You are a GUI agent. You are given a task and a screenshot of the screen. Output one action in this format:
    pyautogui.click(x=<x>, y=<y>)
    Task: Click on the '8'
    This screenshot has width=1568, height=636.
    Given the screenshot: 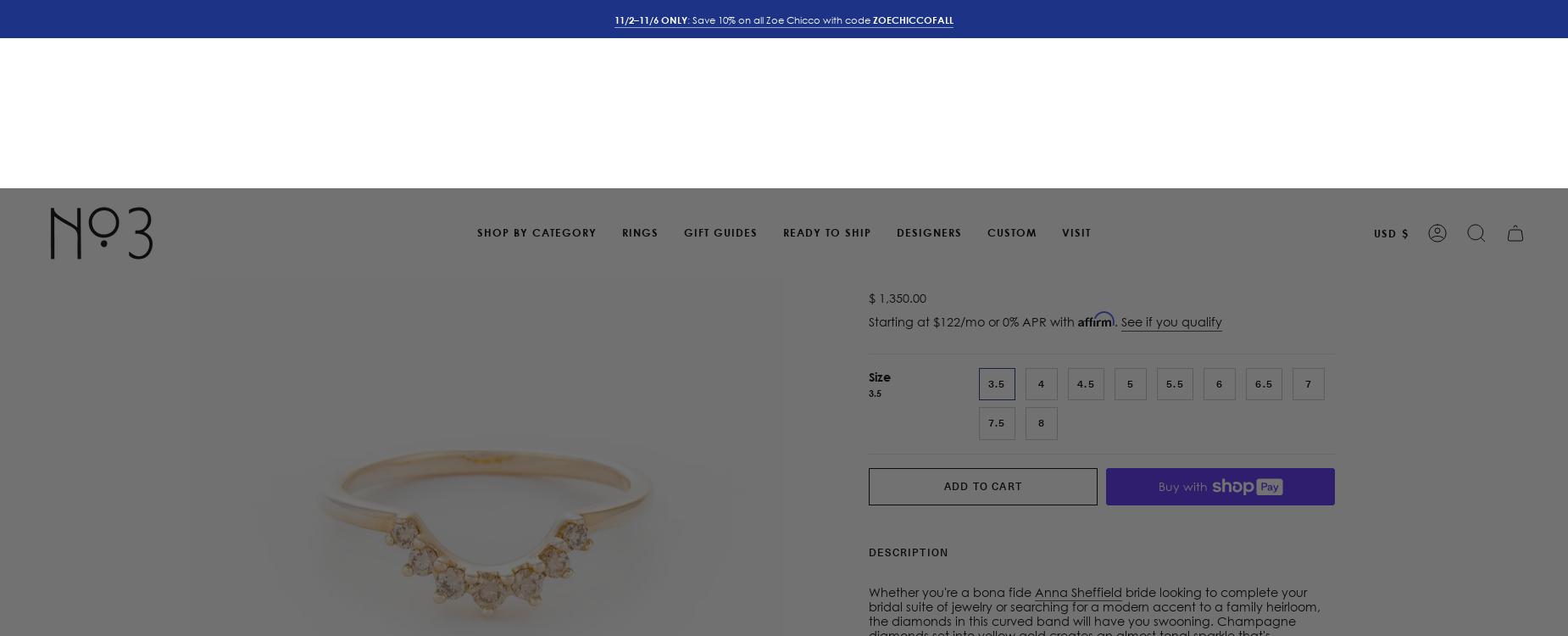 What is the action you would take?
    pyautogui.click(x=1040, y=234)
    